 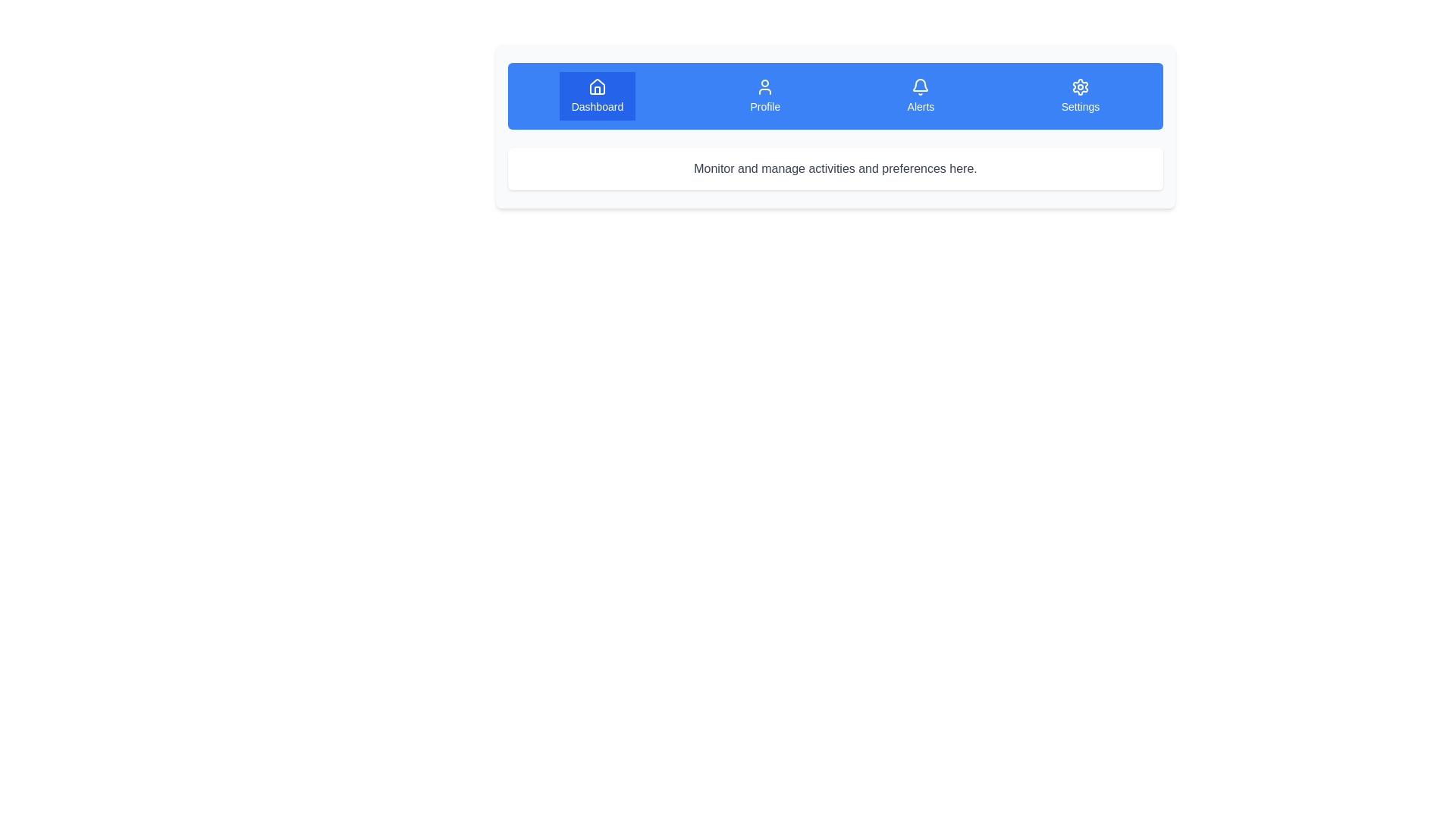 What do you see at coordinates (920, 85) in the screenshot?
I see `the blue bell-shaped icon representing notifications in the navigation bar, located between the 'Profile' and 'Settings' icons` at bounding box center [920, 85].